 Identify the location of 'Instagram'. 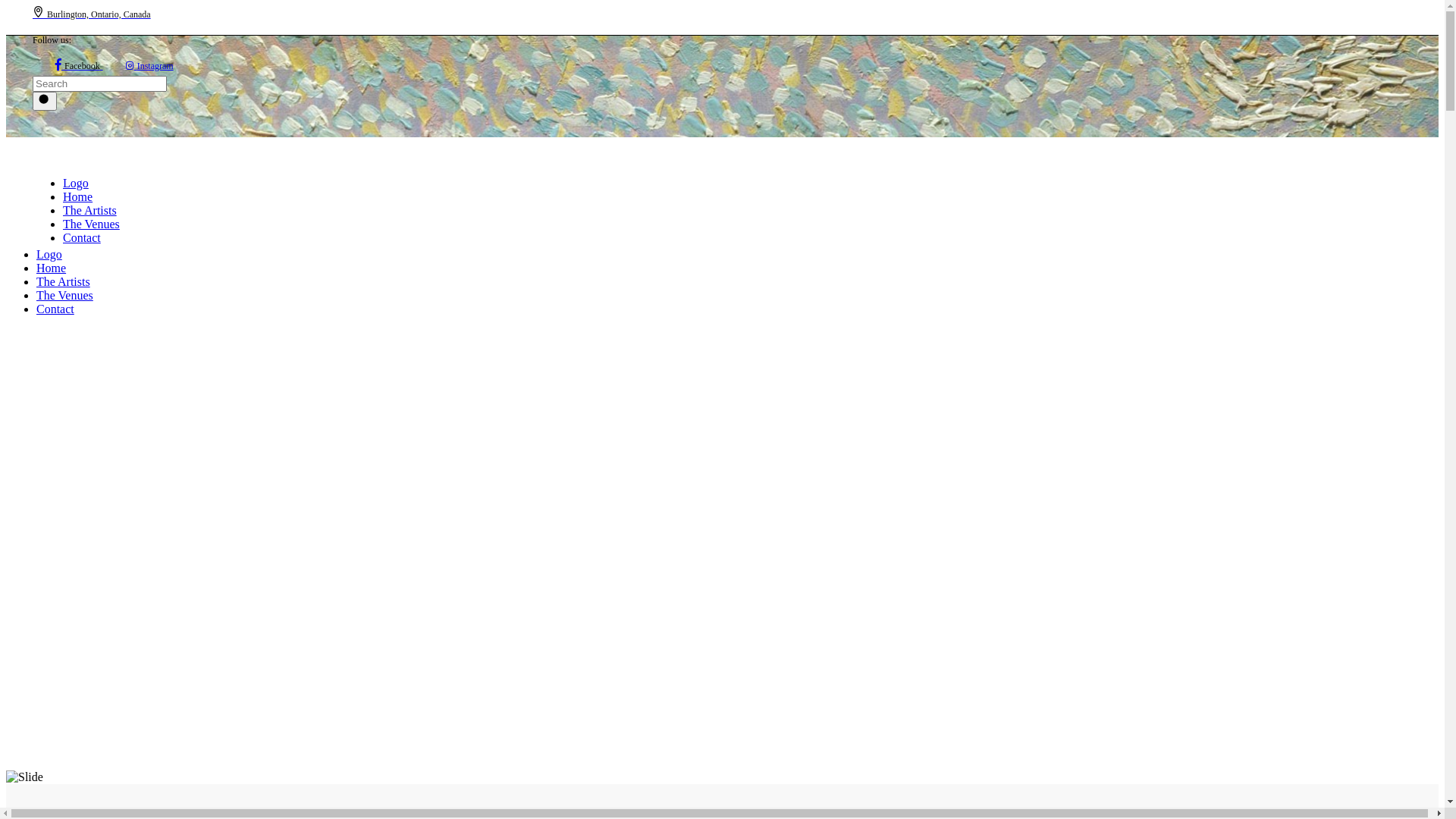
(149, 64).